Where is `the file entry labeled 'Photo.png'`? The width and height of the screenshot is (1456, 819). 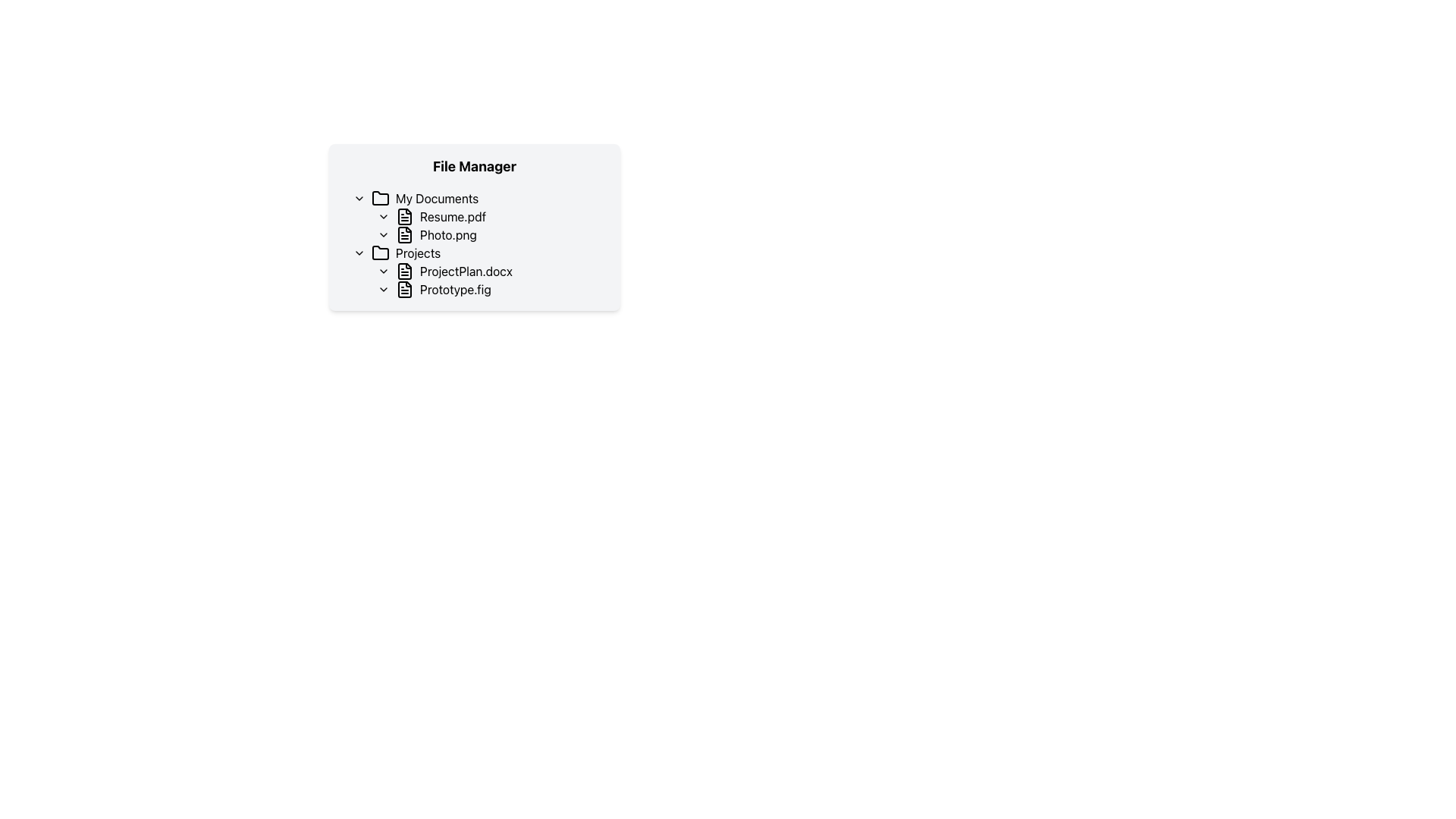
the file entry labeled 'Photo.png' is located at coordinates (492, 234).